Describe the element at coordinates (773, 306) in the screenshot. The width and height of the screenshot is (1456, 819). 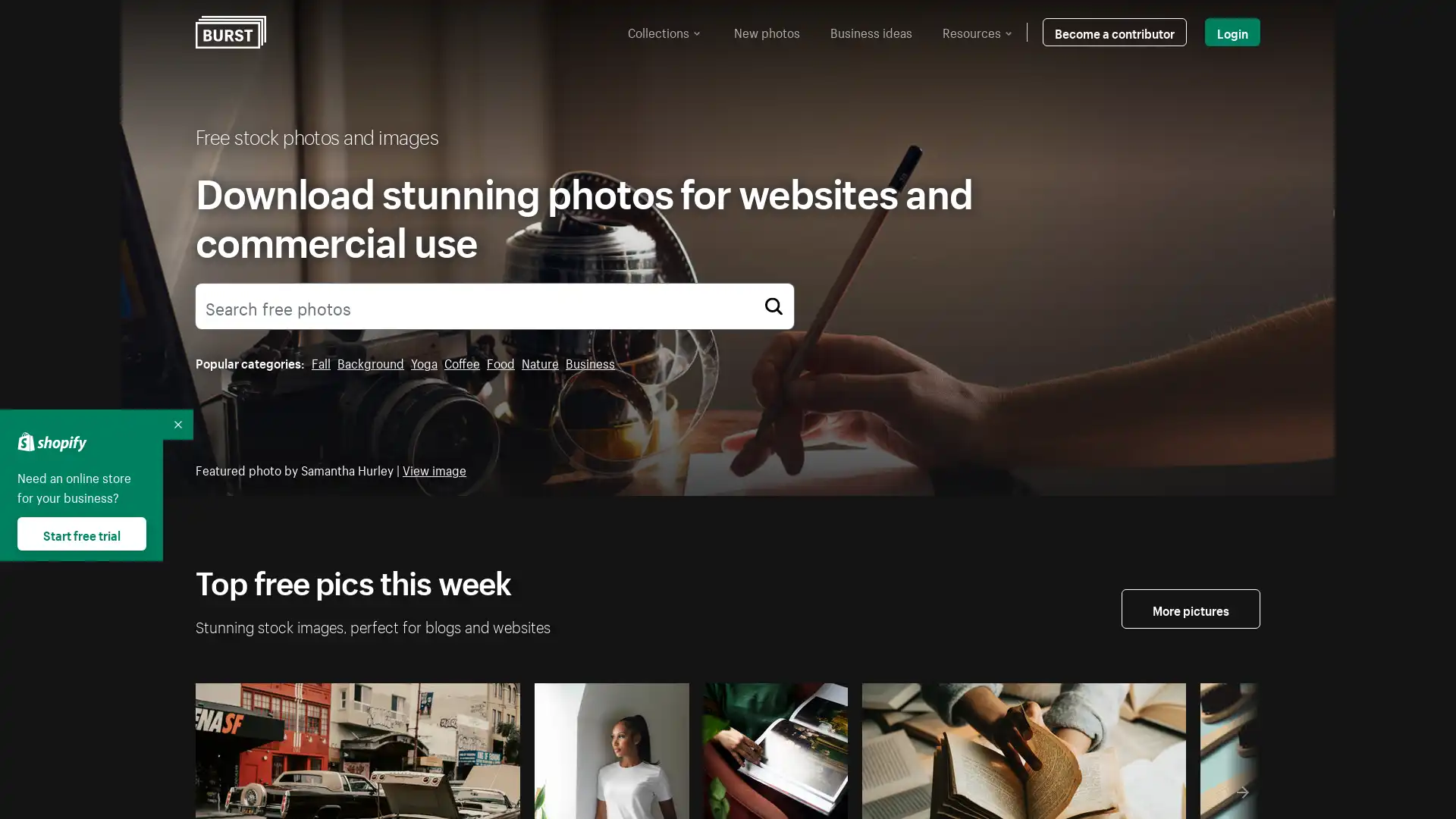
I see `Search` at that location.